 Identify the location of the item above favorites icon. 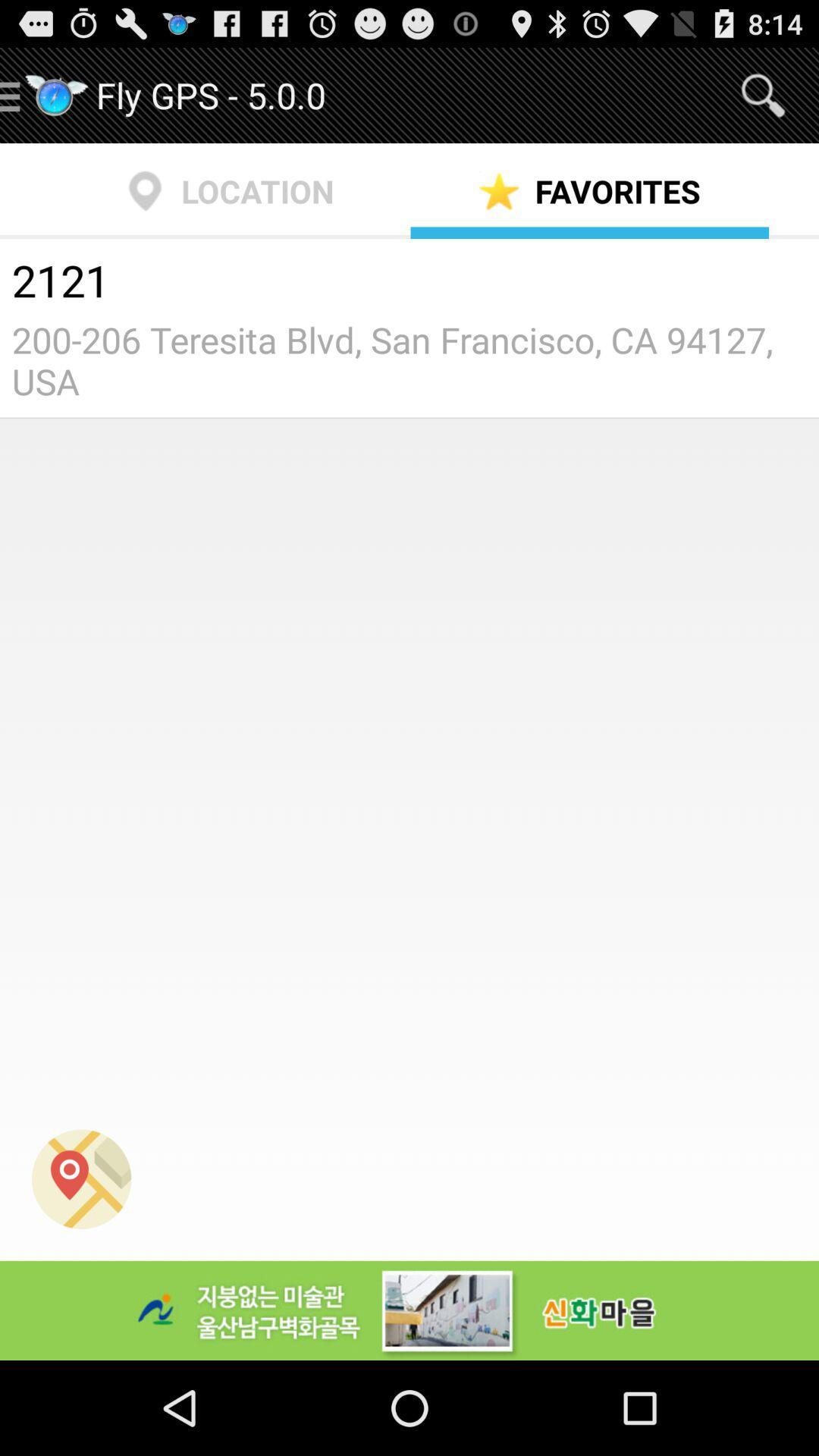
(763, 94).